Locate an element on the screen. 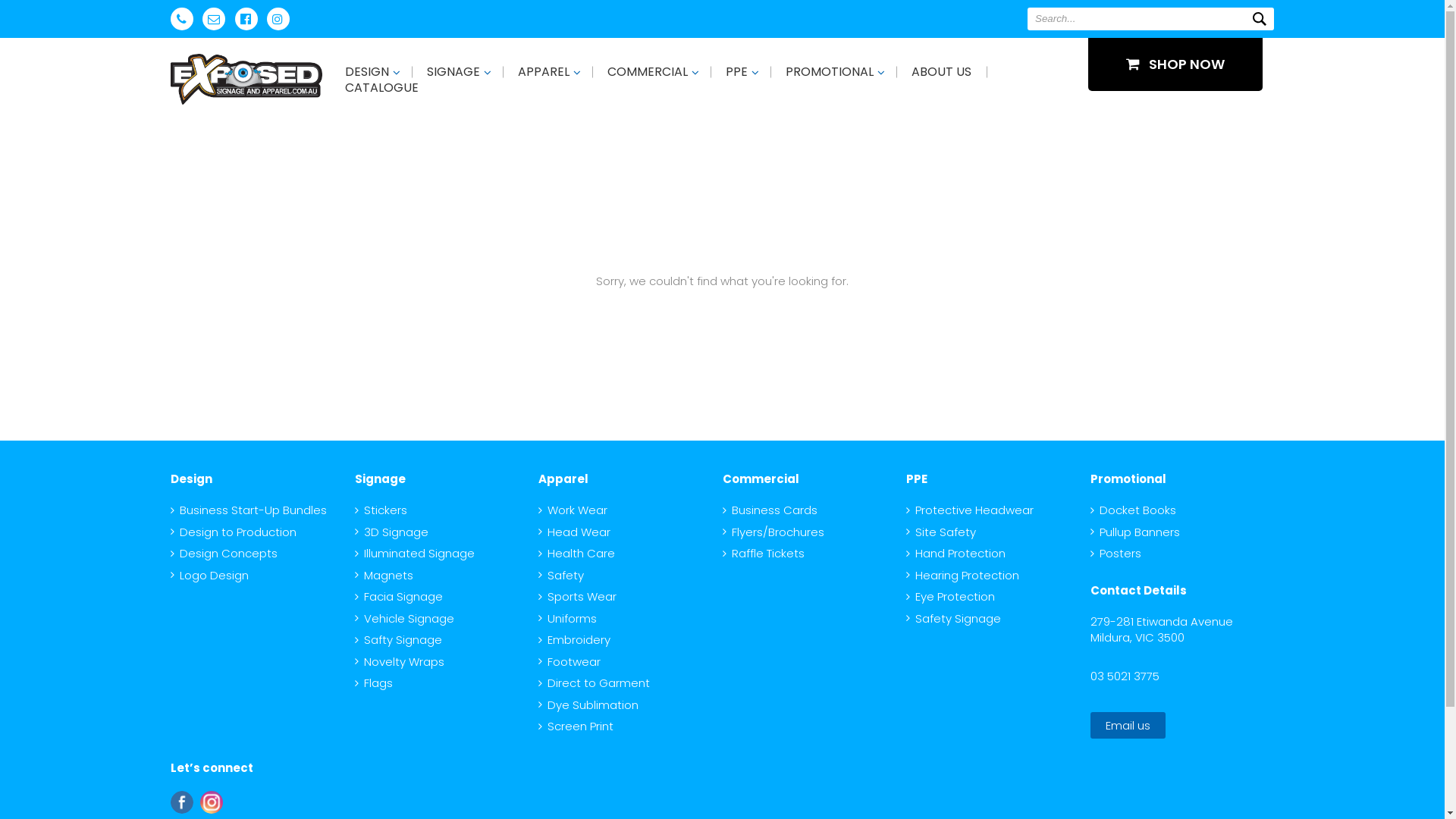 This screenshot has height=819, width=1456. 'Docket Books' is located at coordinates (1133, 510).